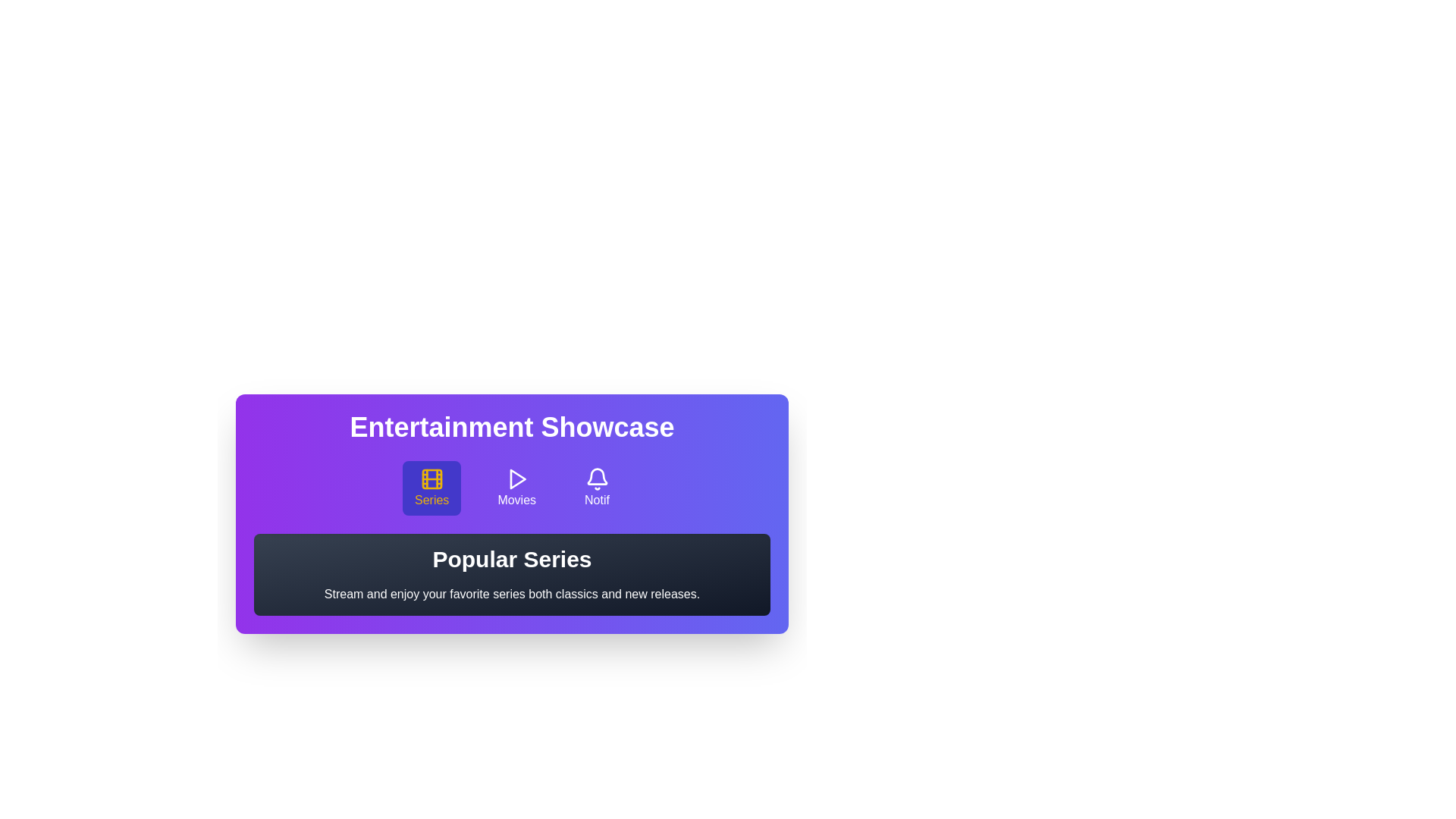 The image size is (1456, 819). What do you see at coordinates (431, 479) in the screenshot?
I see `the 'Series' icon, which is the first graphical icon from the left in the row of icons` at bounding box center [431, 479].